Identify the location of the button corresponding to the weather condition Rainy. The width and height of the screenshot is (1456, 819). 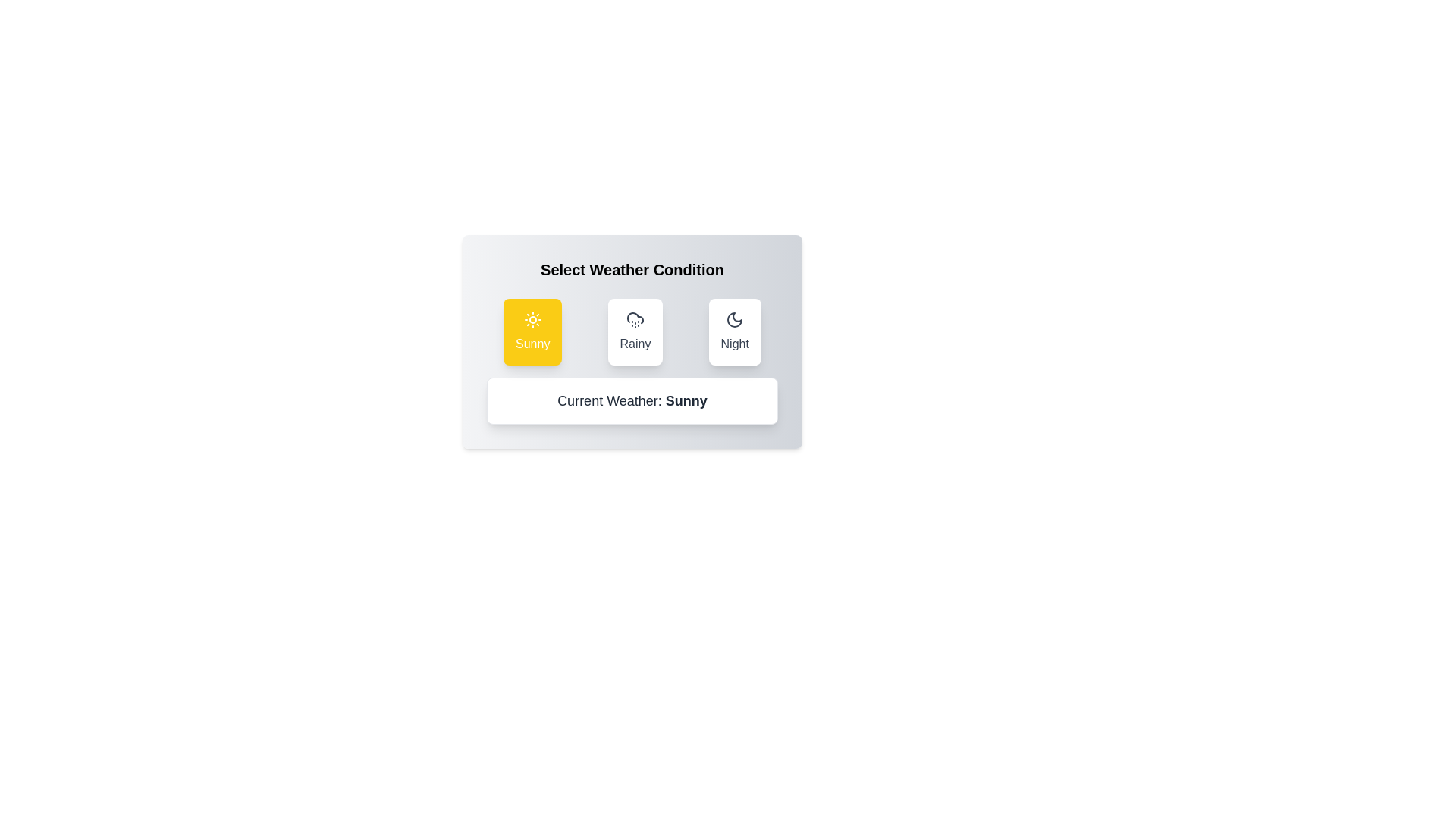
(634, 331).